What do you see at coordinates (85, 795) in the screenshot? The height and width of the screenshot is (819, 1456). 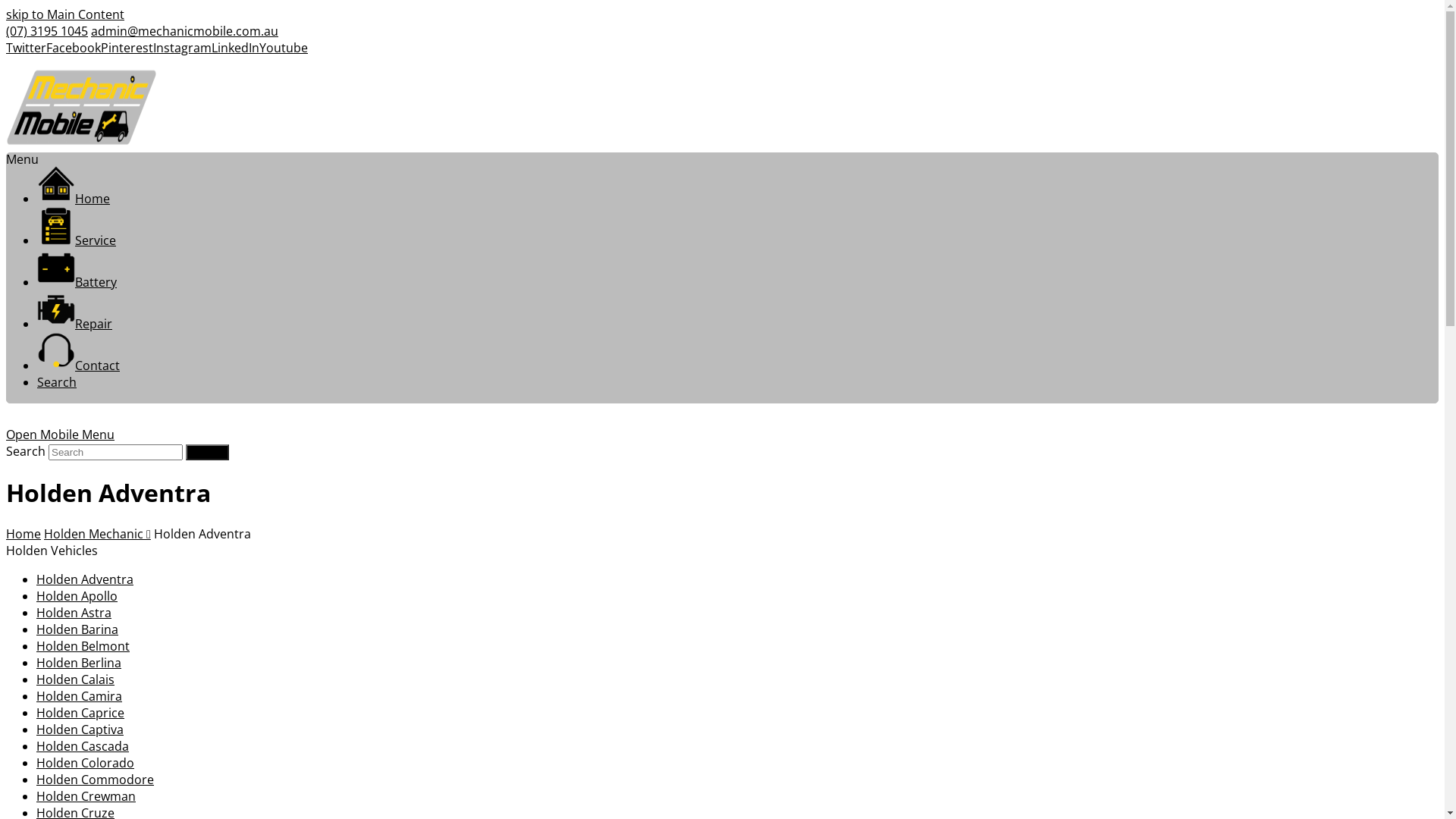 I see `'Holden Crewman'` at bounding box center [85, 795].